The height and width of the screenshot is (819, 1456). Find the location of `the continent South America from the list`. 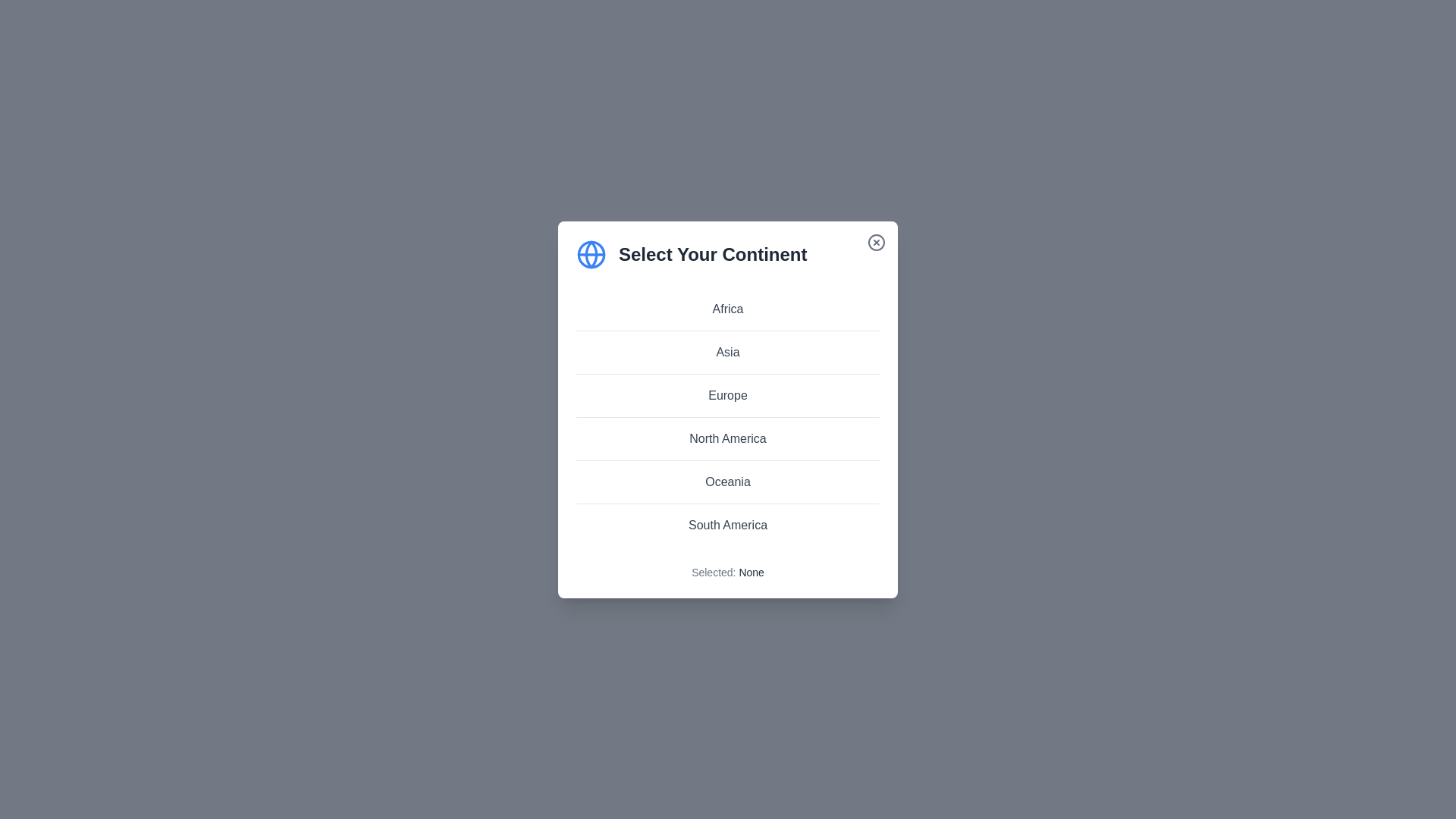

the continent South America from the list is located at coordinates (728, 523).